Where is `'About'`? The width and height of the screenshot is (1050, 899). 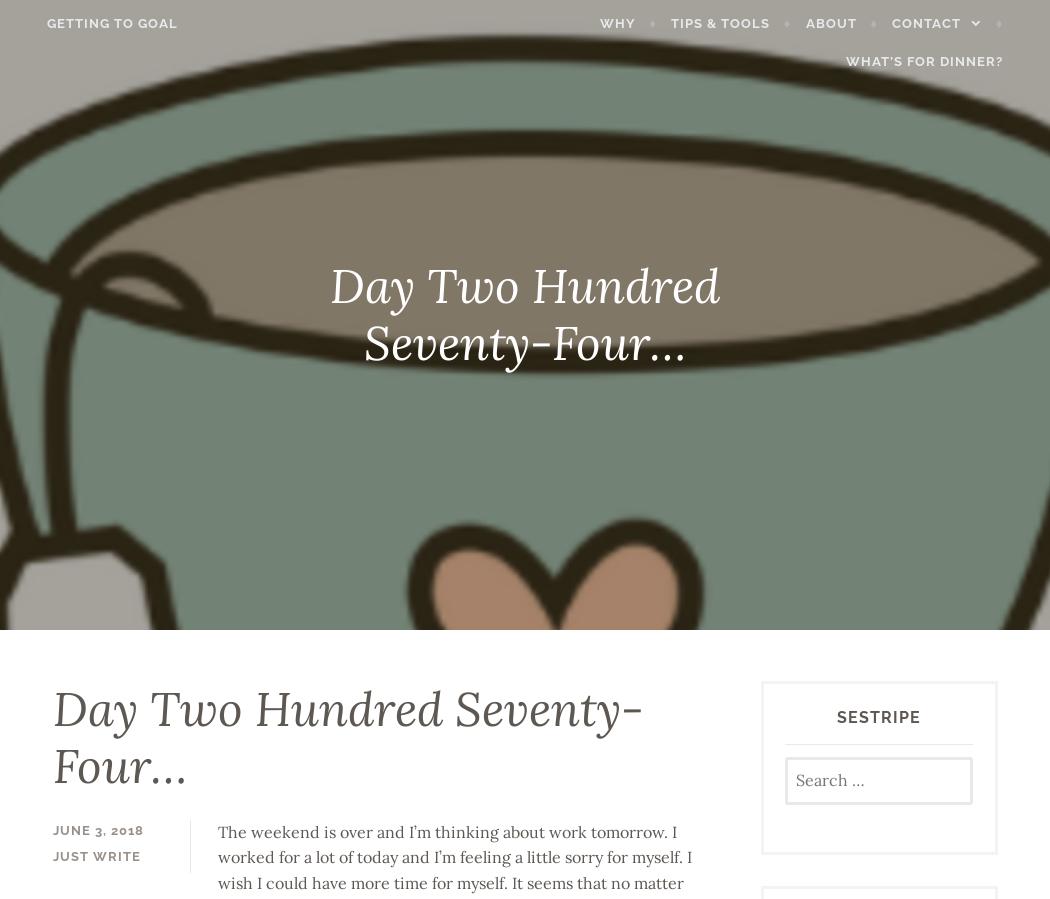
'About' is located at coordinates (851, 21).